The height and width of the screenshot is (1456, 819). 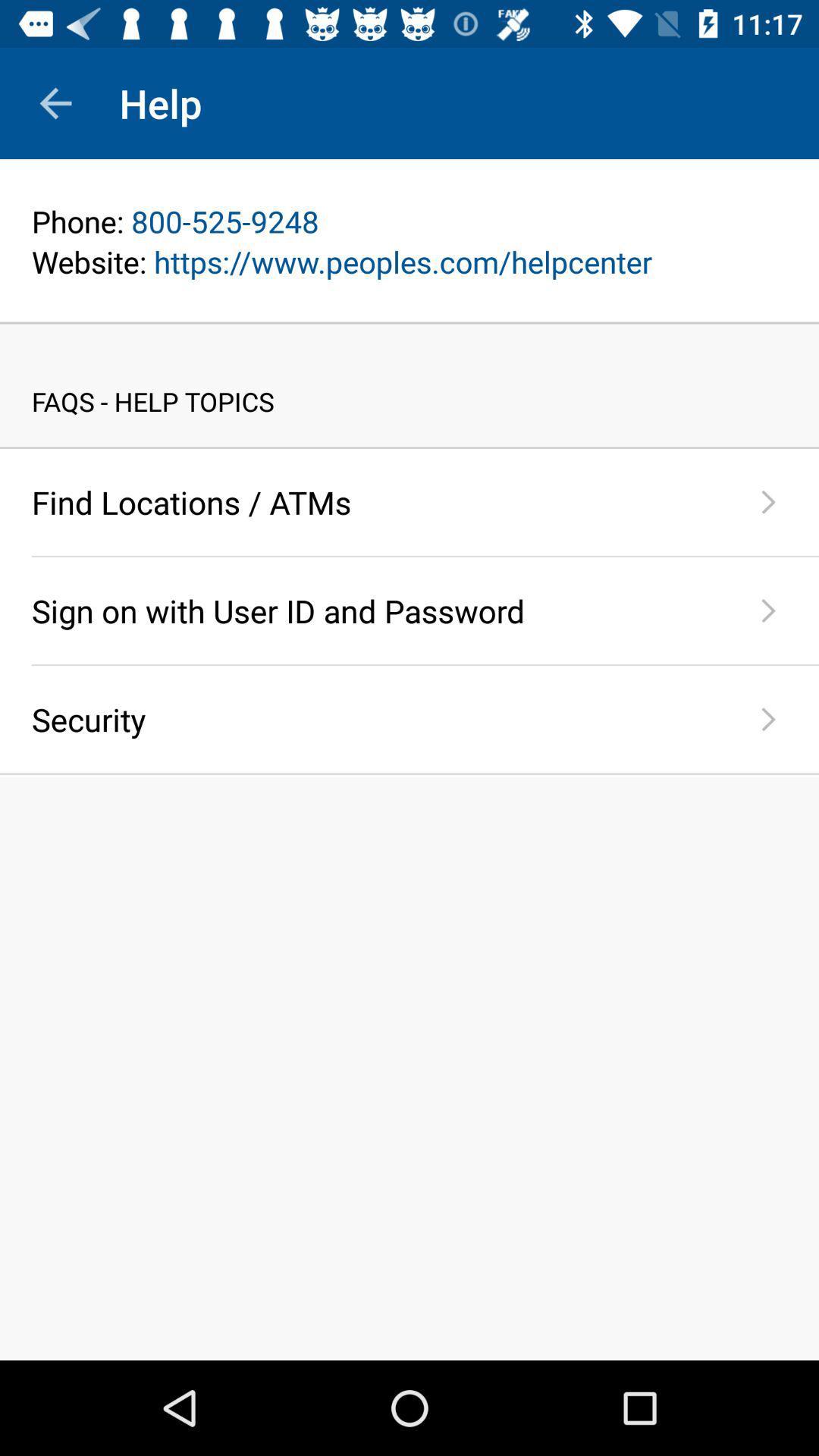 I want to click on the website https www app, so click(x=409, y=262).